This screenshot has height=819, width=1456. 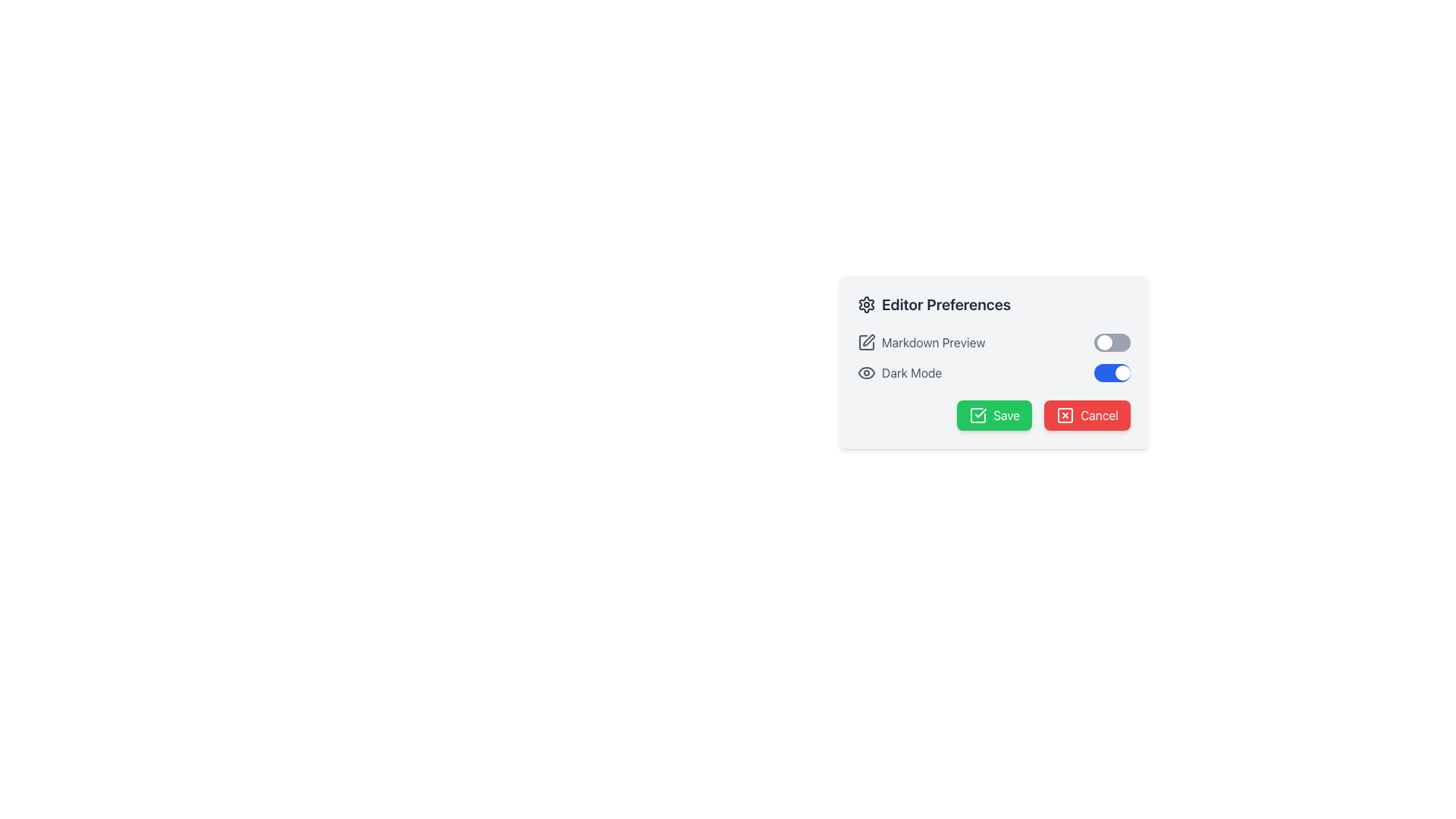 What do you see at coordinates (934, 304) in the screenshot?
I see `the 'Editor Preferences' header title, which is styled in bold and is located at the top-left corner of the modal interface, next to a gear icon` at bounding box center [934, 304].